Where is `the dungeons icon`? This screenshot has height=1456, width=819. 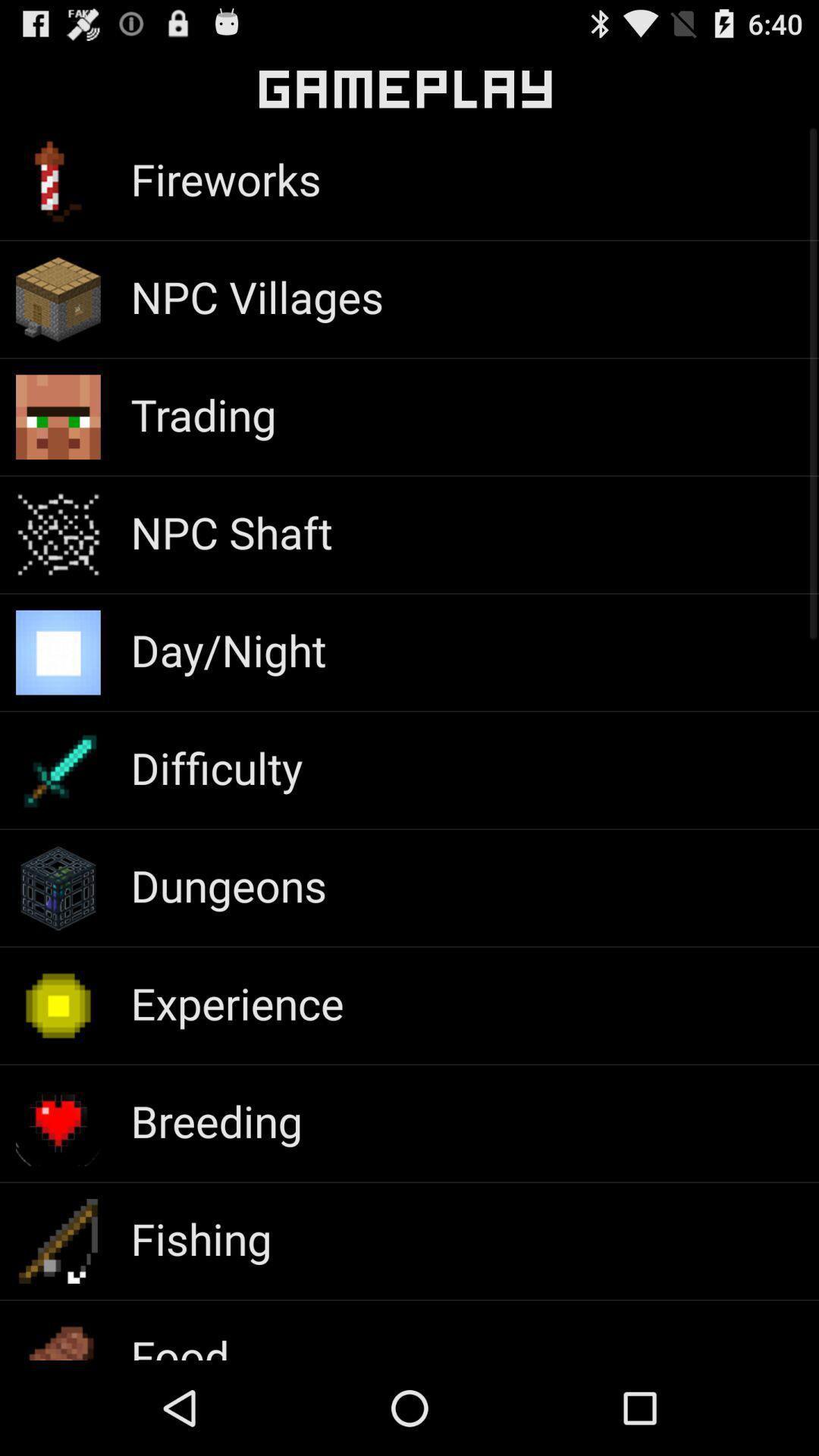
the dungeons icon is located at coordinates (228, 885).